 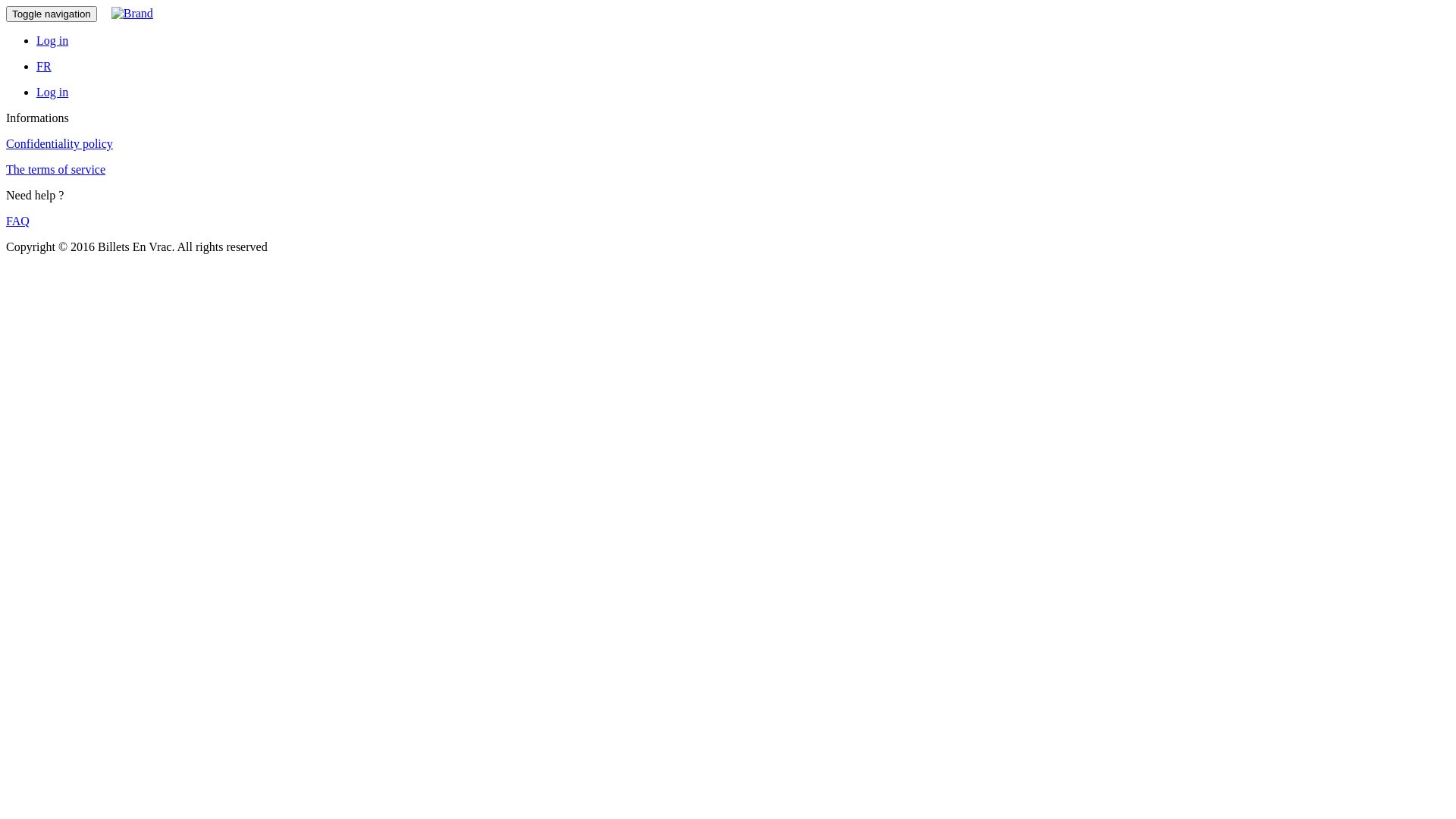 I want to click on 'Confidentiality policy', so click(x=59, y=143).